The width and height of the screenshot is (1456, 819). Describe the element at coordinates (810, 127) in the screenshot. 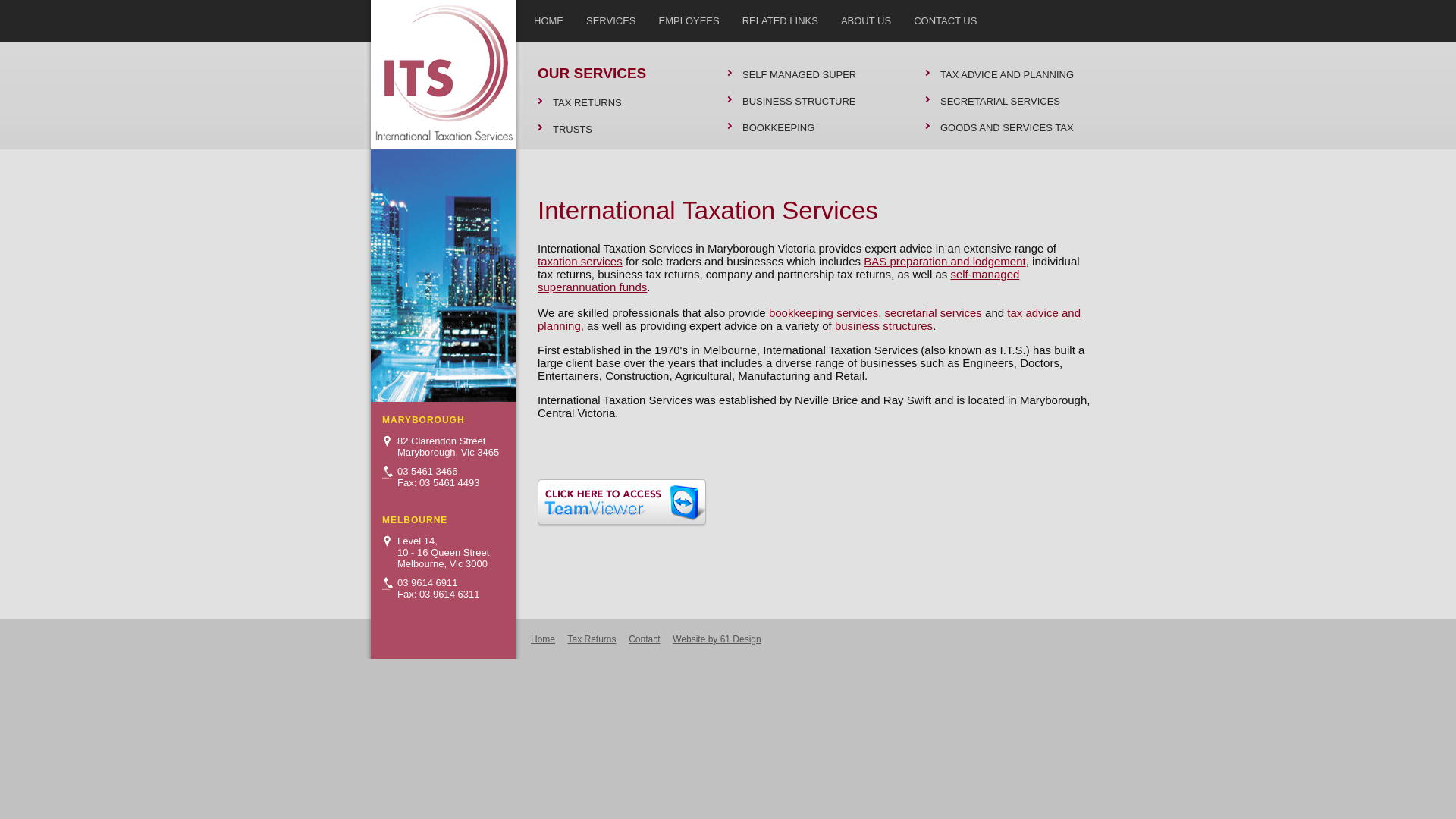

I see `'BOOKKEEPING'` at that location.